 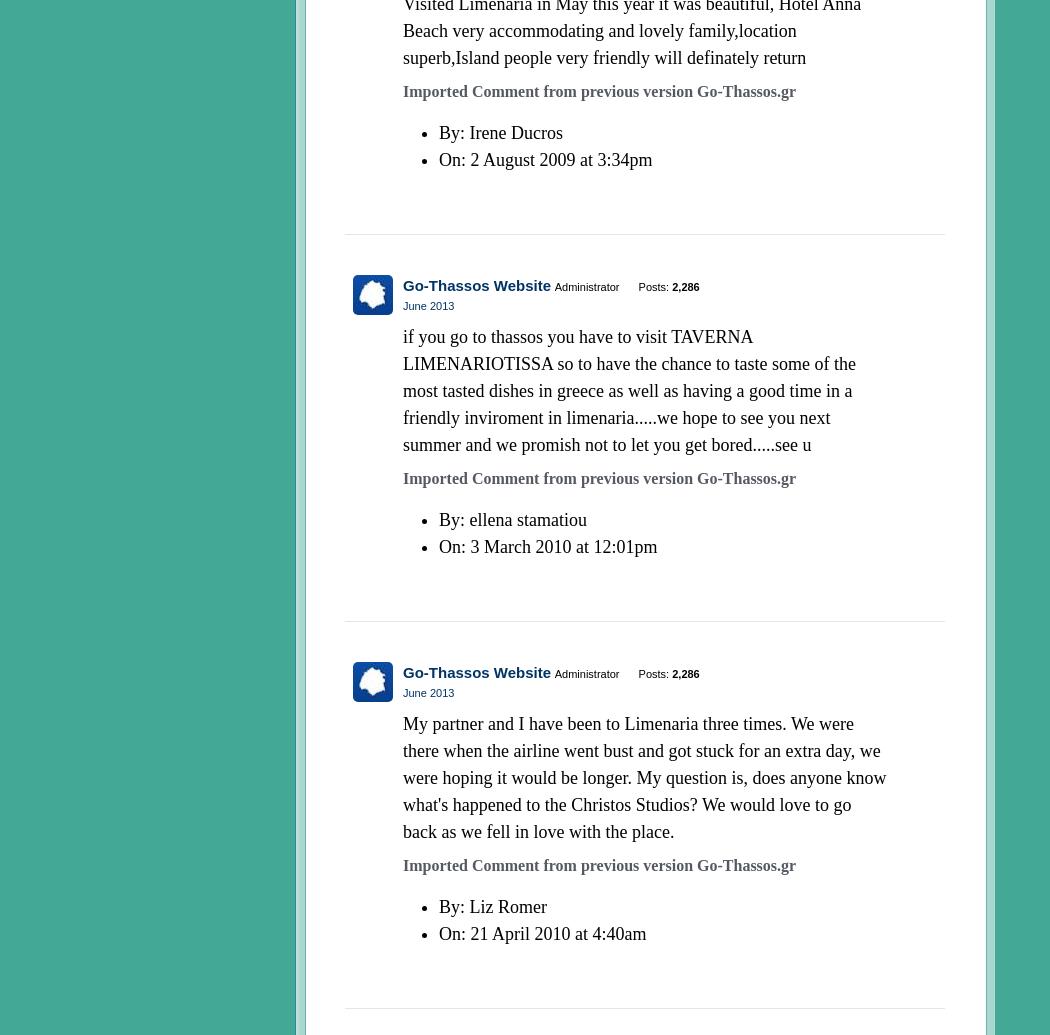 What do you see at coordinates (510, 132) in the screenshot?
I see `': Irene Ducros'` at bounding box center [510, 132].